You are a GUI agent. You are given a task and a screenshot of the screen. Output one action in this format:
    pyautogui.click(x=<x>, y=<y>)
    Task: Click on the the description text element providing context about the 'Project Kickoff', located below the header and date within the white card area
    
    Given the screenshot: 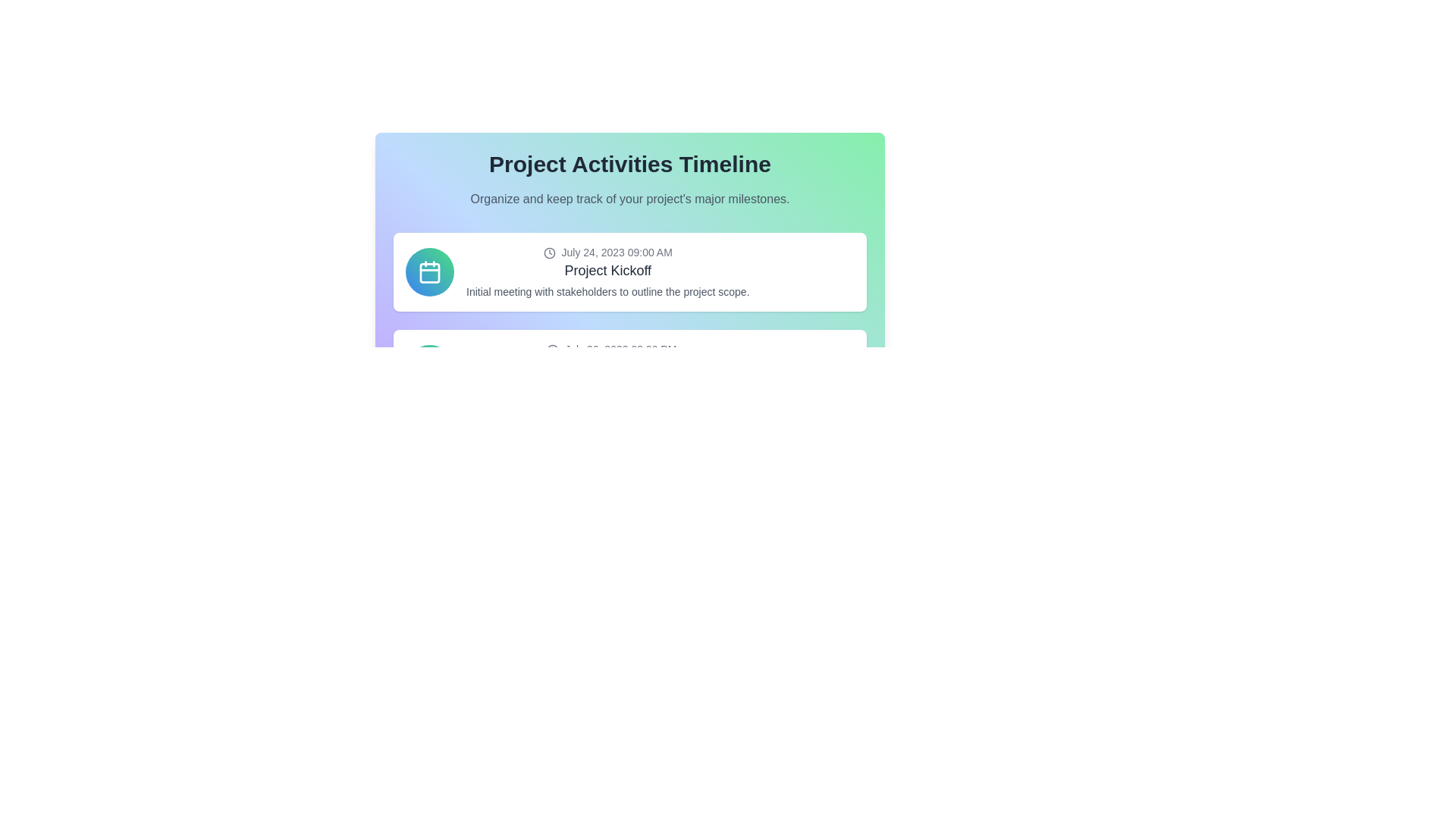 What is the action you would take?
    pyautogui.click(x=607, y=292)
    